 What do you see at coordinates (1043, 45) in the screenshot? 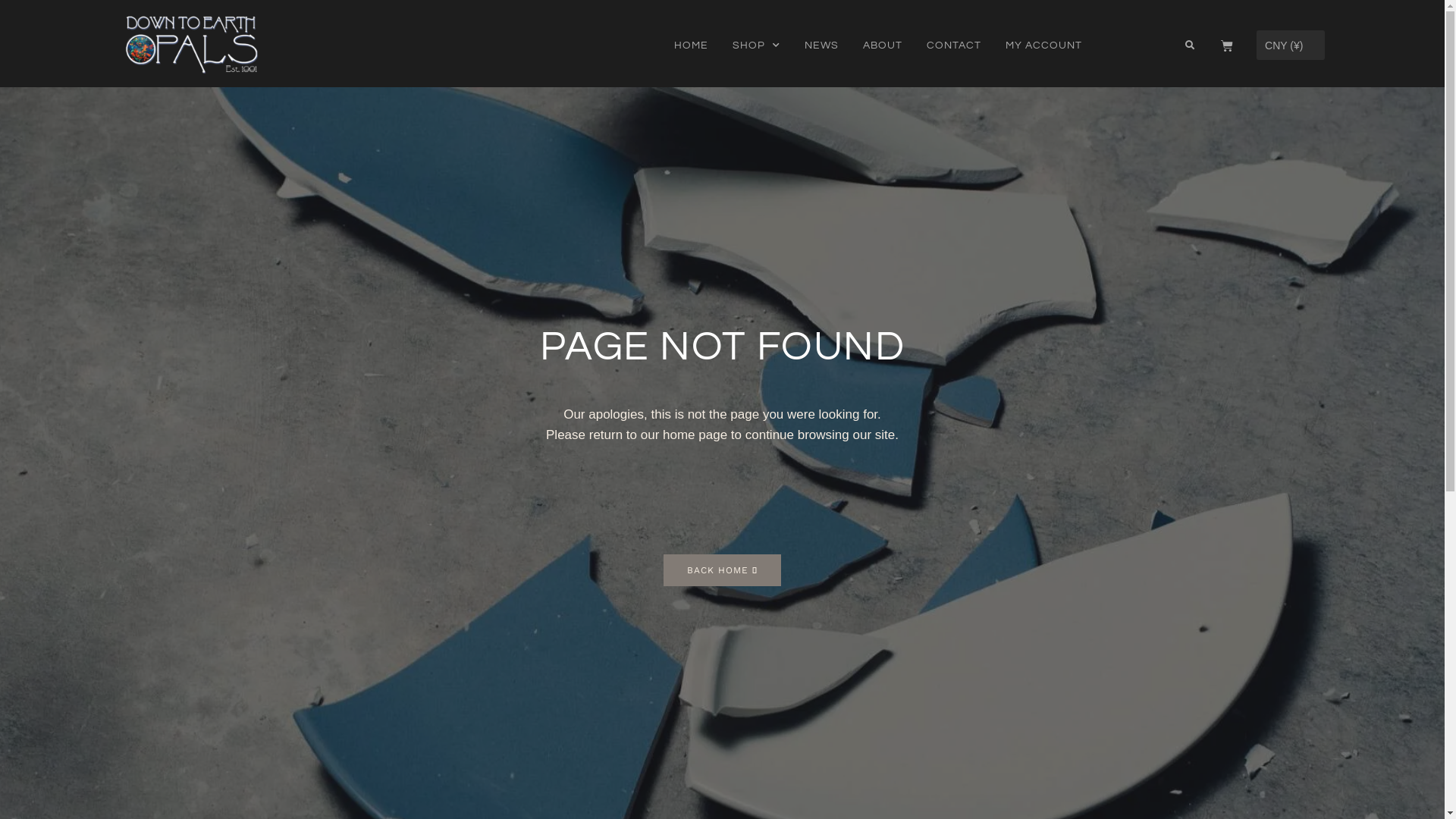
I see `'MY ACCOUNT'` at bounding box center [1043, 45].